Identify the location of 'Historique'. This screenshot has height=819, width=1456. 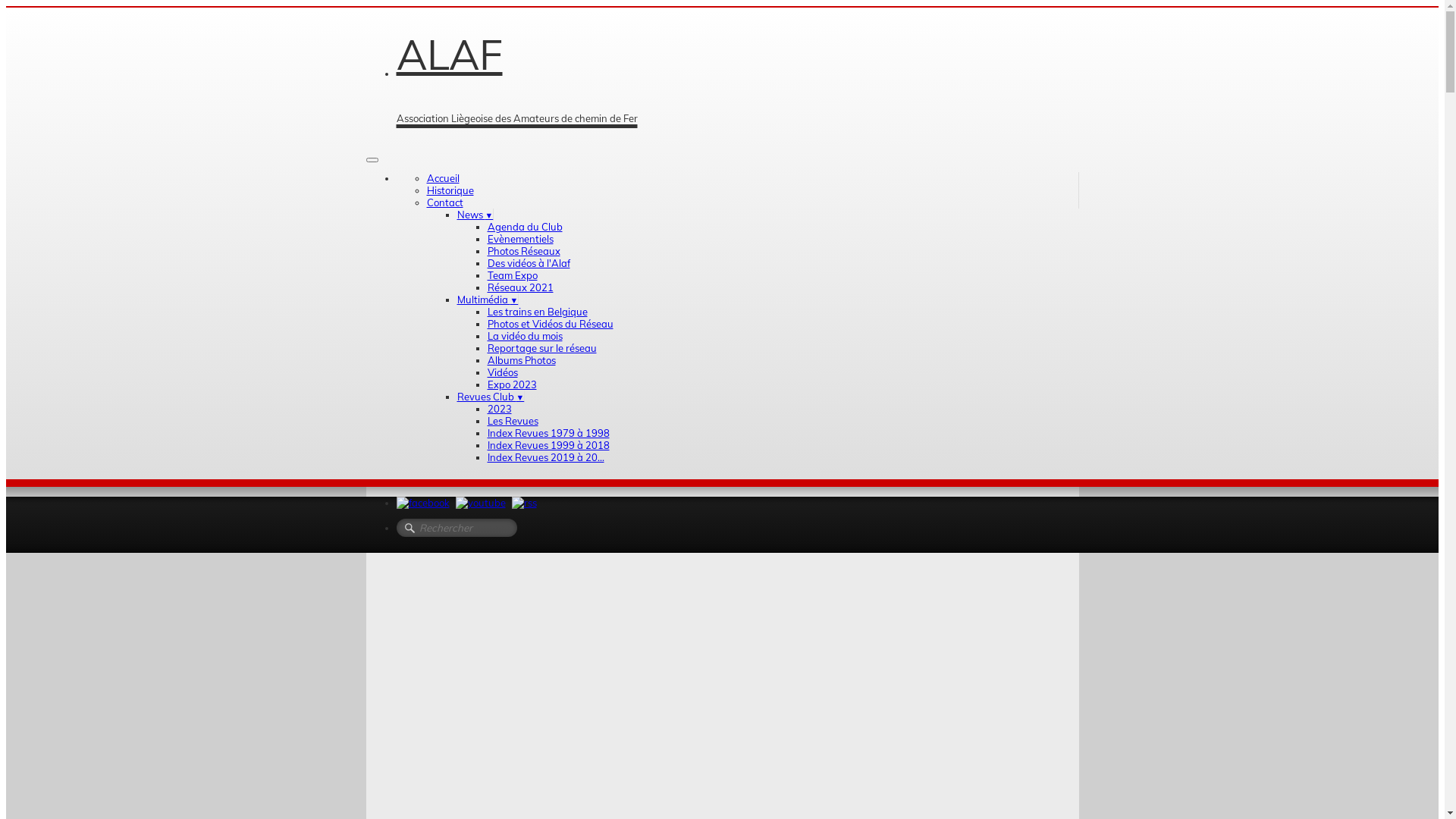
(425, 189).